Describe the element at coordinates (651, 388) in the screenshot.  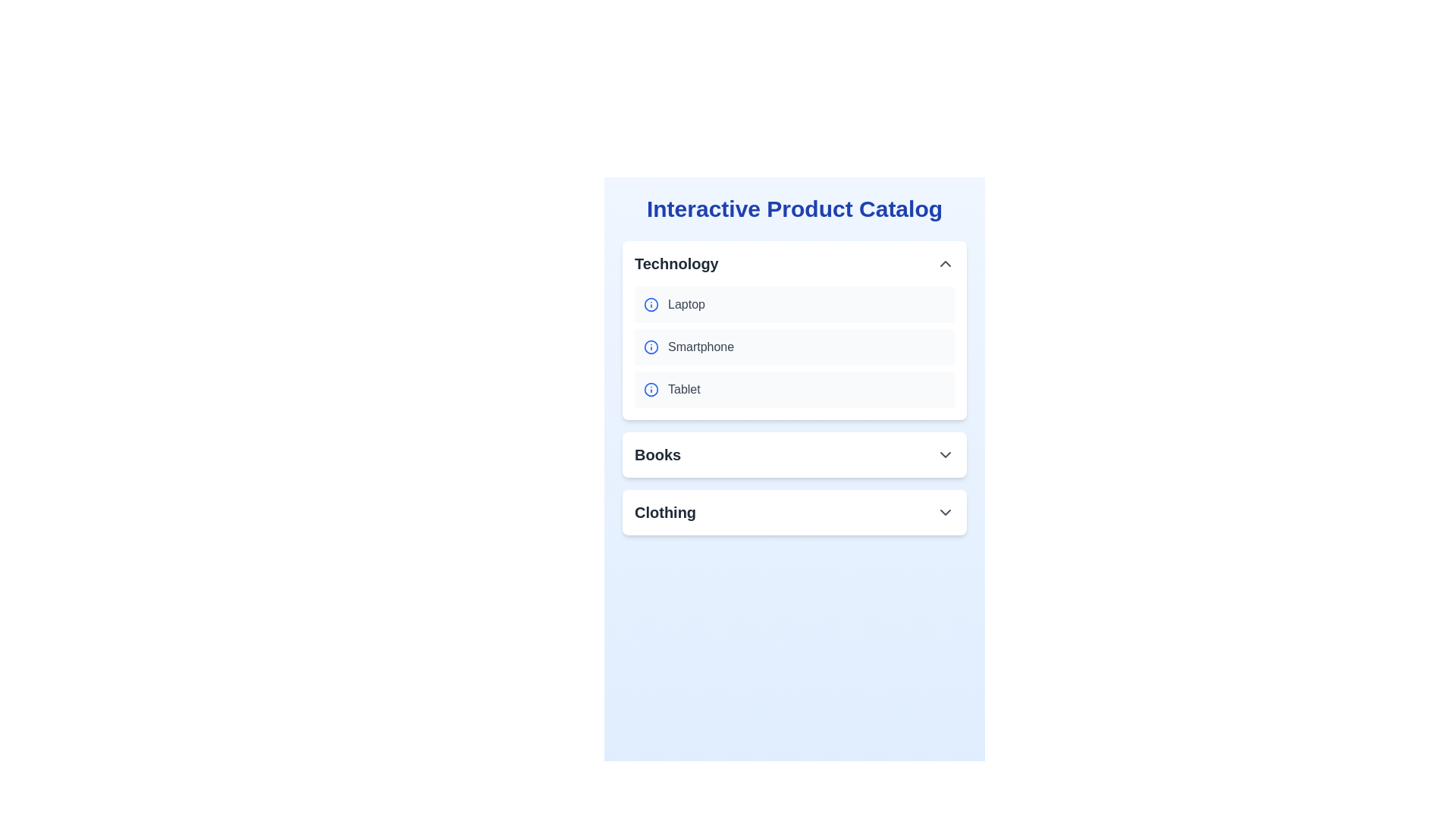
I see `the information Icon located to the left of the text 'Tablet'` at that location.